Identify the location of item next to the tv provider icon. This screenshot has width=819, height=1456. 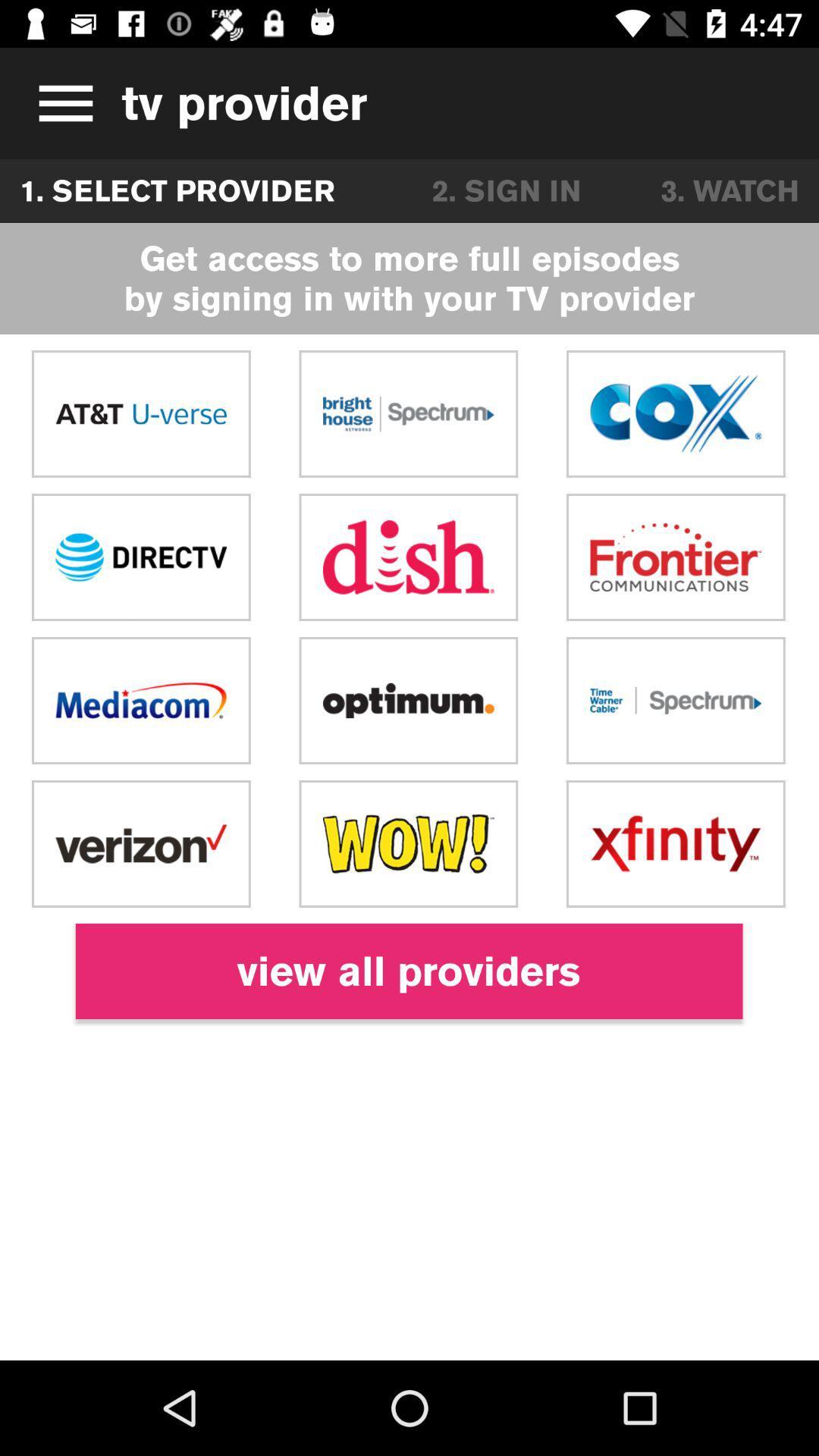
(60, 102).